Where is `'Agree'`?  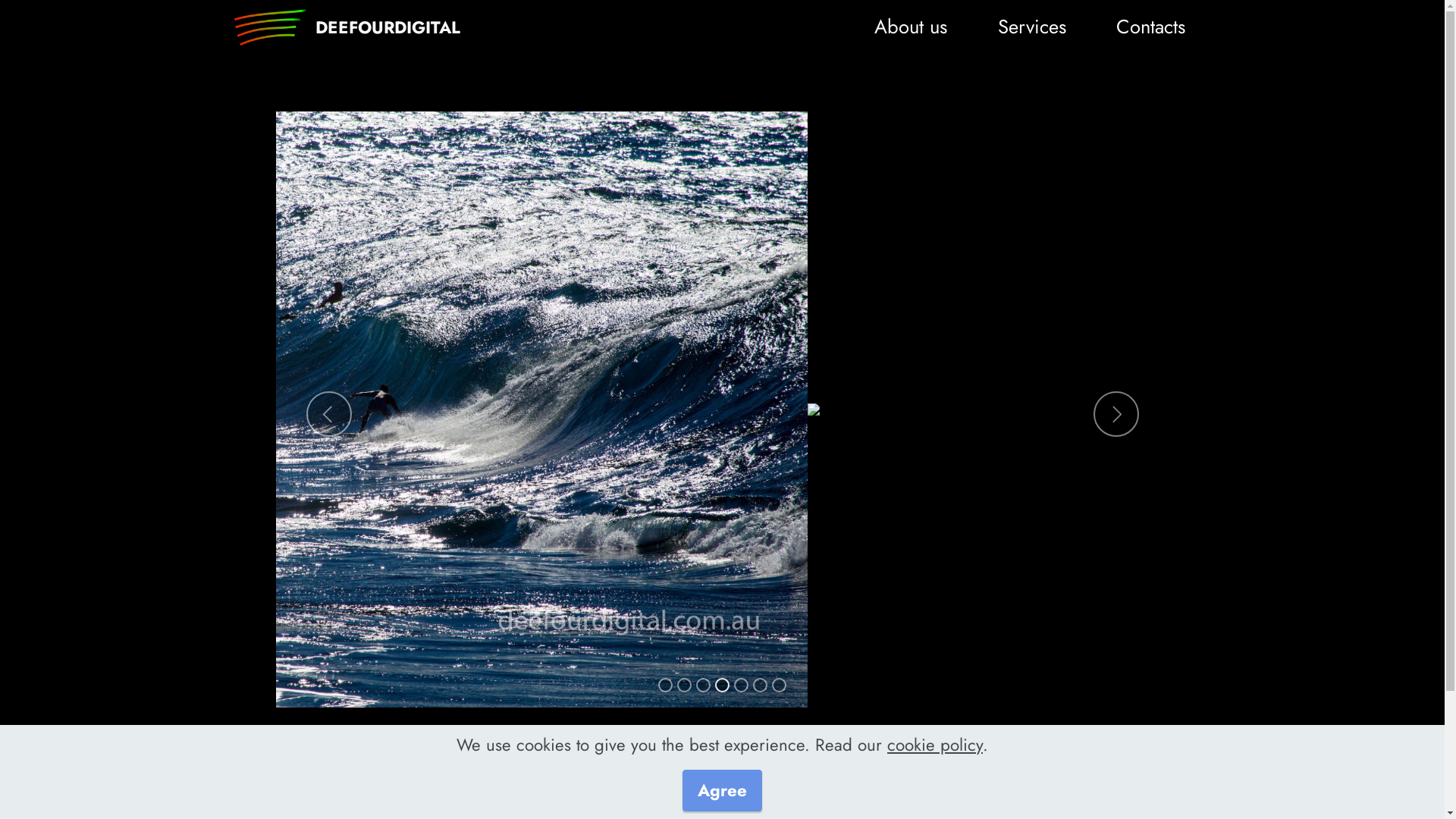 'Agree' is located at coordinates (721, 789).